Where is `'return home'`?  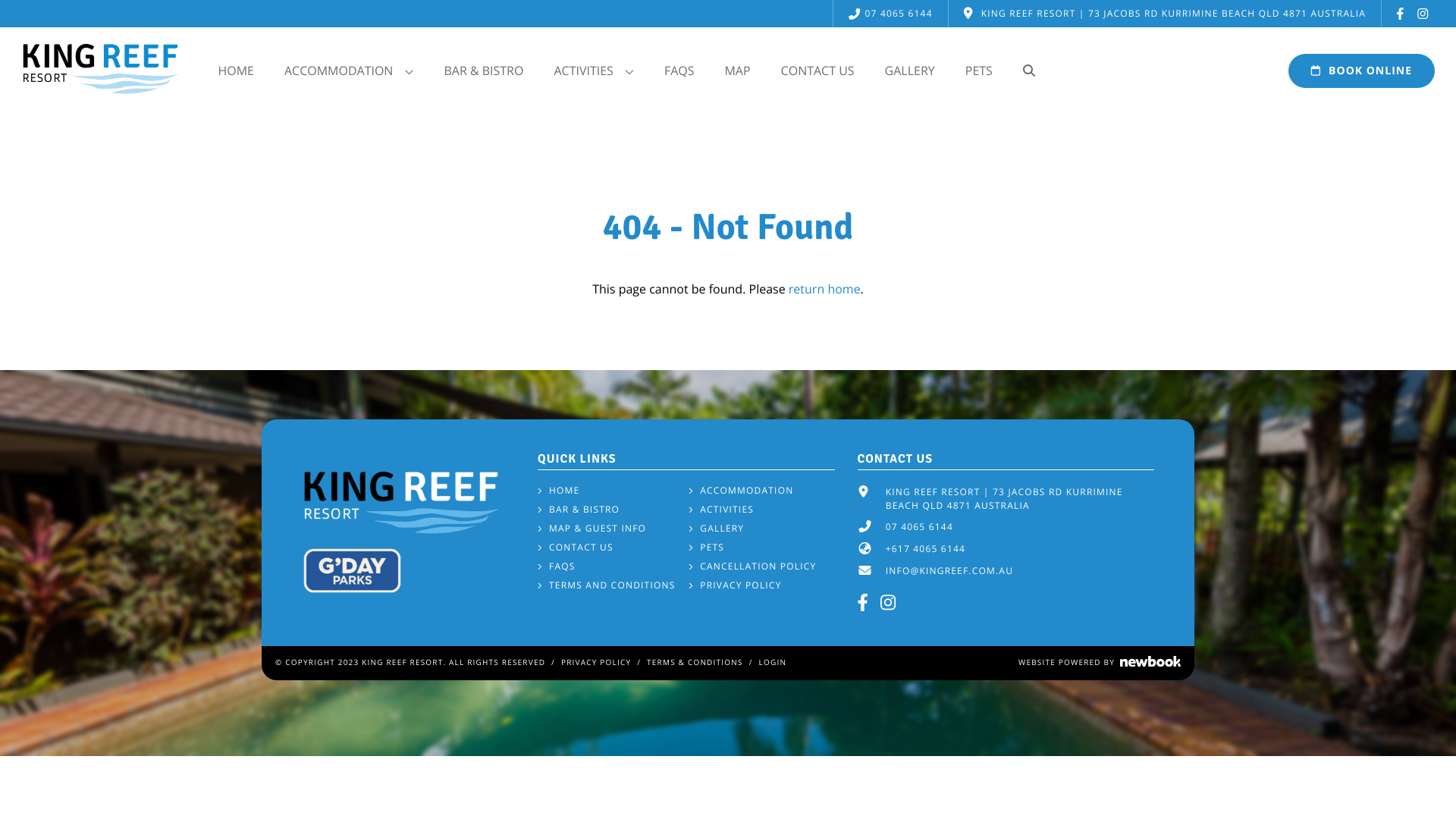 'return home' is located at coordinates (824, 289).